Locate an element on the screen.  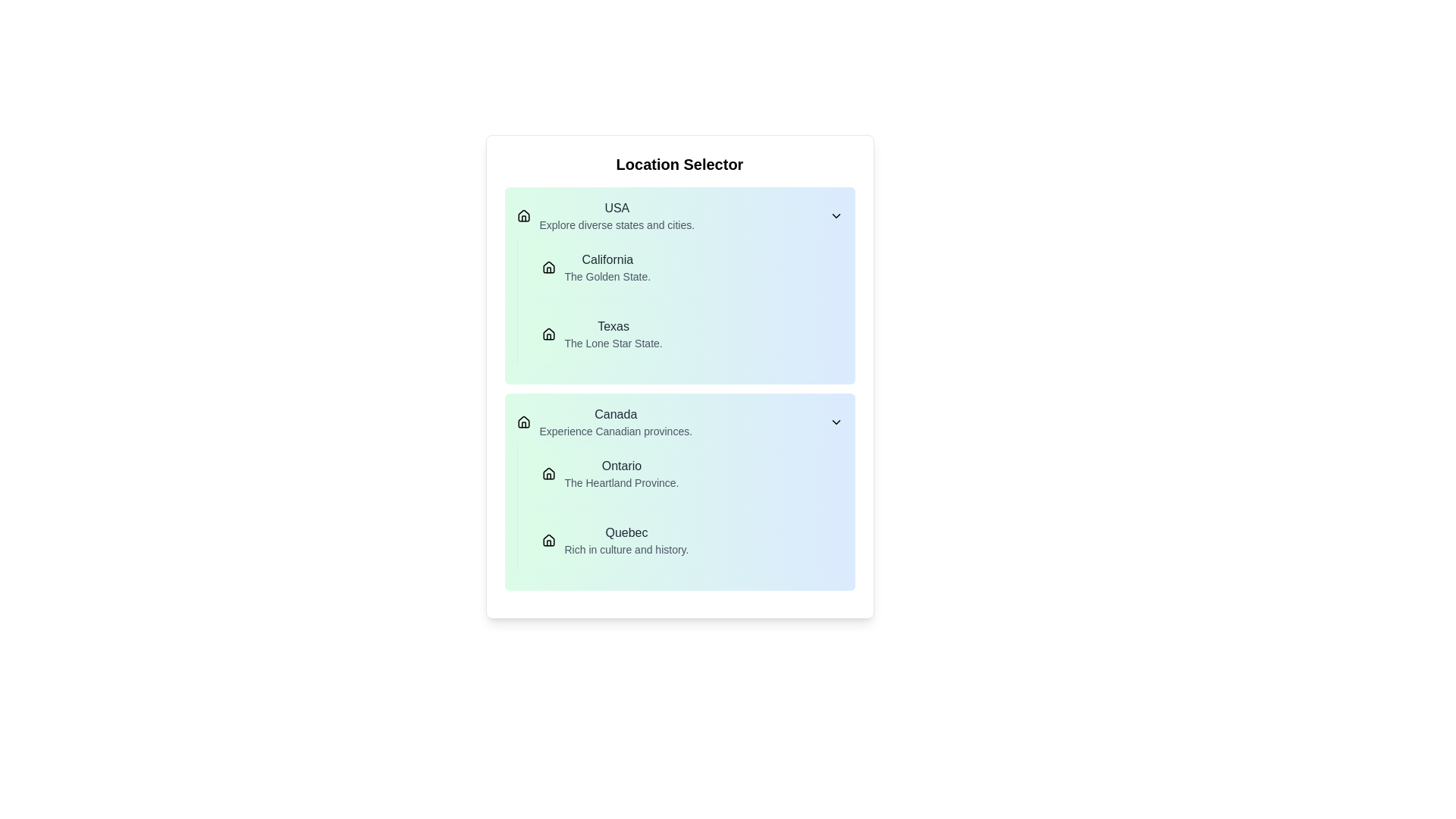
the static text label representing the geographic region 'Canada' which is the first item in the second major group of the list is located at coordinates (616, 415).